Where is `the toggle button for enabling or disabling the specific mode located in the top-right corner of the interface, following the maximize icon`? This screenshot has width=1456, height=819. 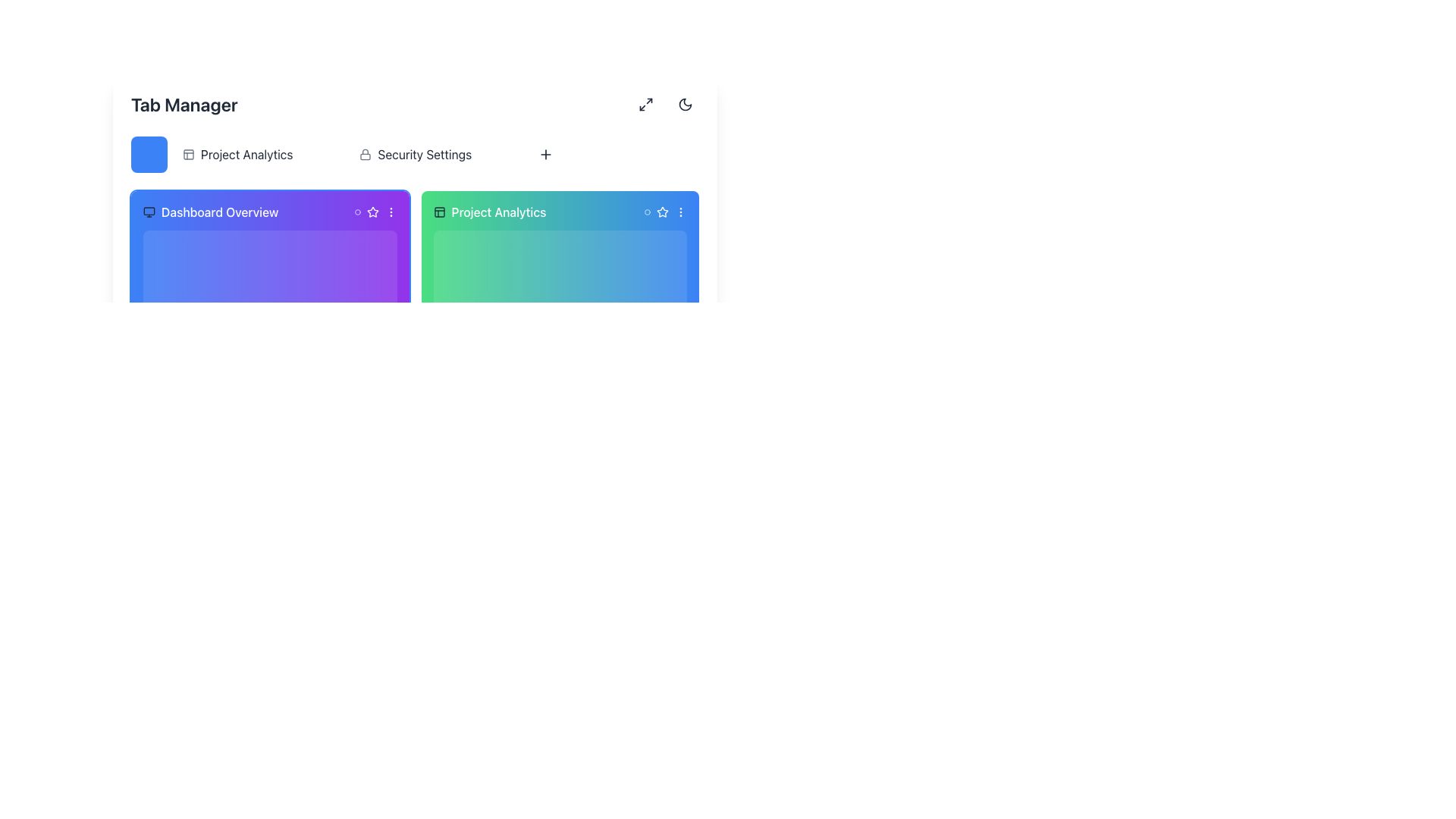 the toggle button for enabling or disabling the specific mode located in the top-right corner of the interface, following the maximize icon is located at coordinates (684, 104).